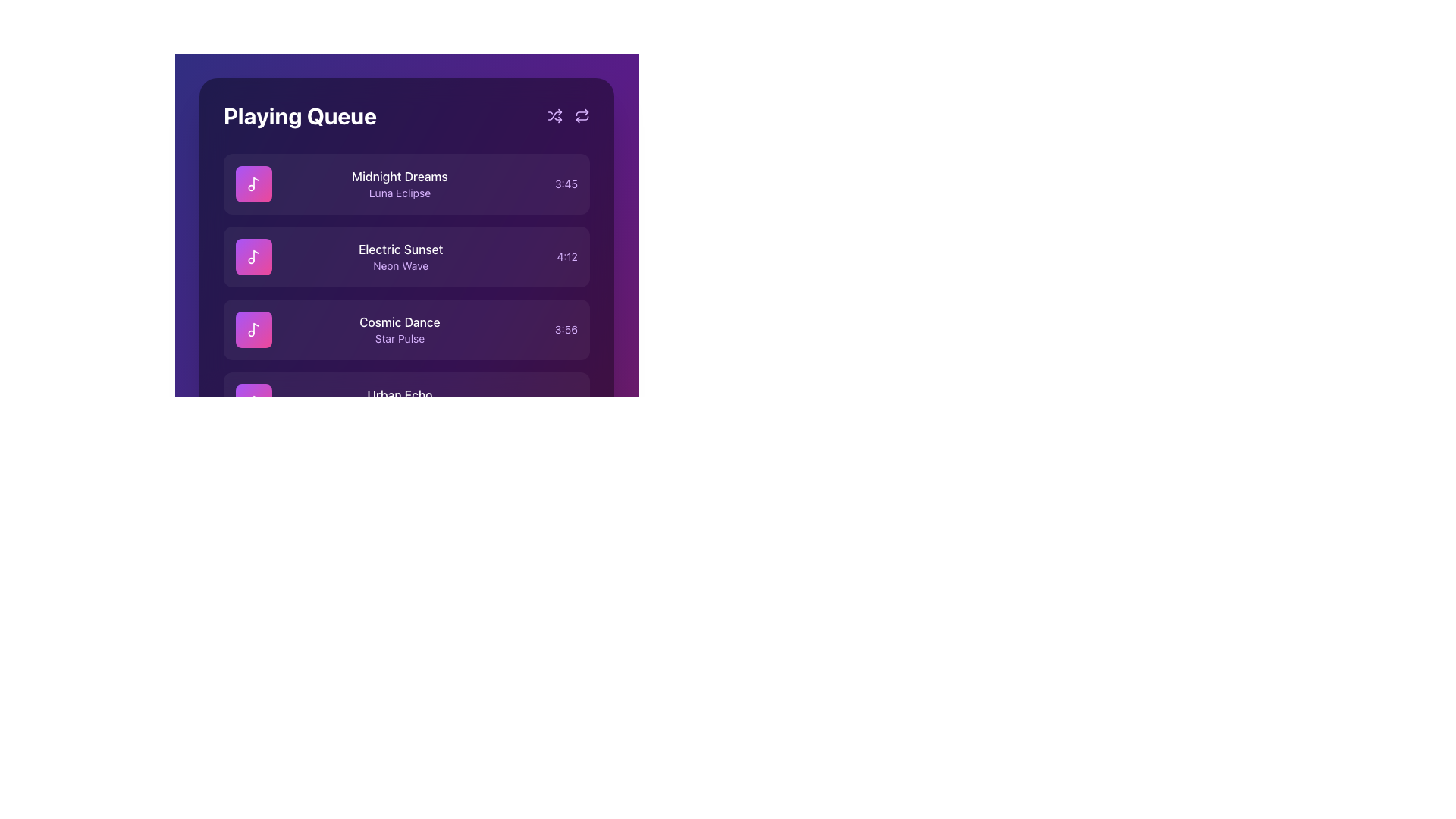 The height and width of the screenshot is (819, 1456). I want to click on the text area displaying 'Cosmic Dance' and 'Star Pulse', which is the third element in a vertical list on a dark background, so click(400, 329).